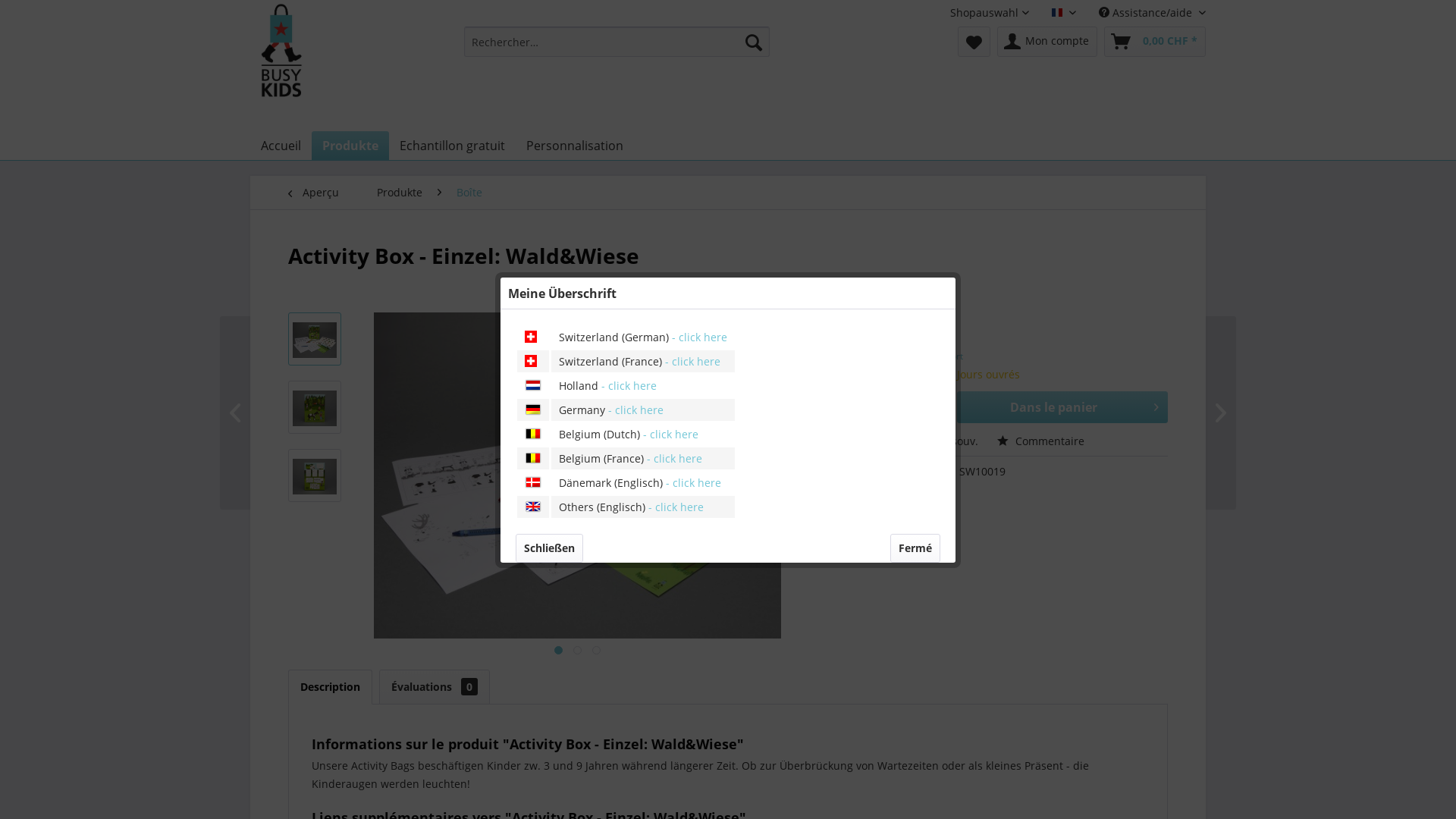 The image size is (1456, 819). What do you see at coordinates (574, 146) in the screenshot?
I see `'Personnalisation'` at bounding box center [574, 146].